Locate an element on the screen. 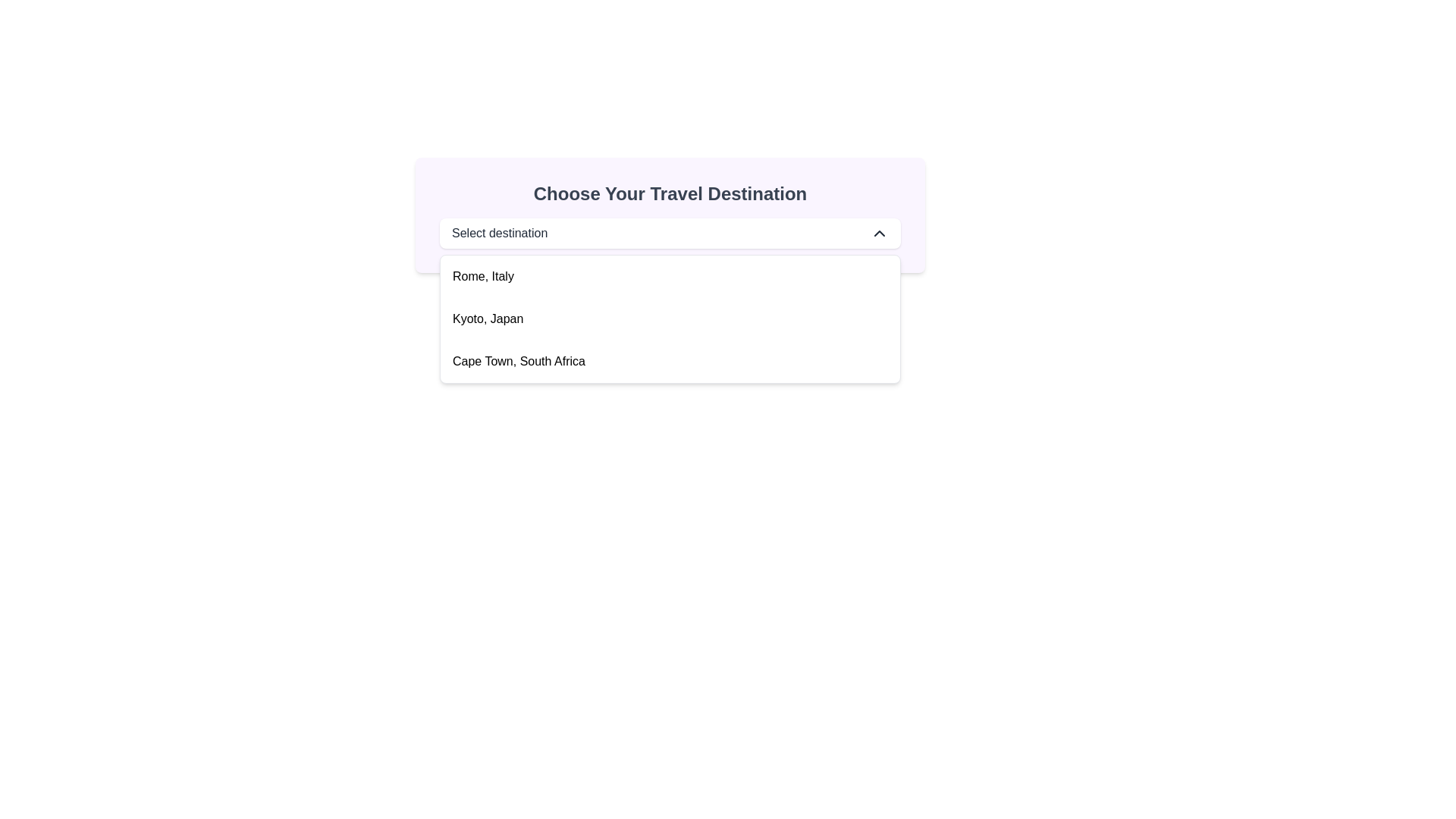 This screenshot has height=819, width=1456. the list item displaying 'Kyoto, Japan' in the dropdown menu is located at coordinates (669, 318).